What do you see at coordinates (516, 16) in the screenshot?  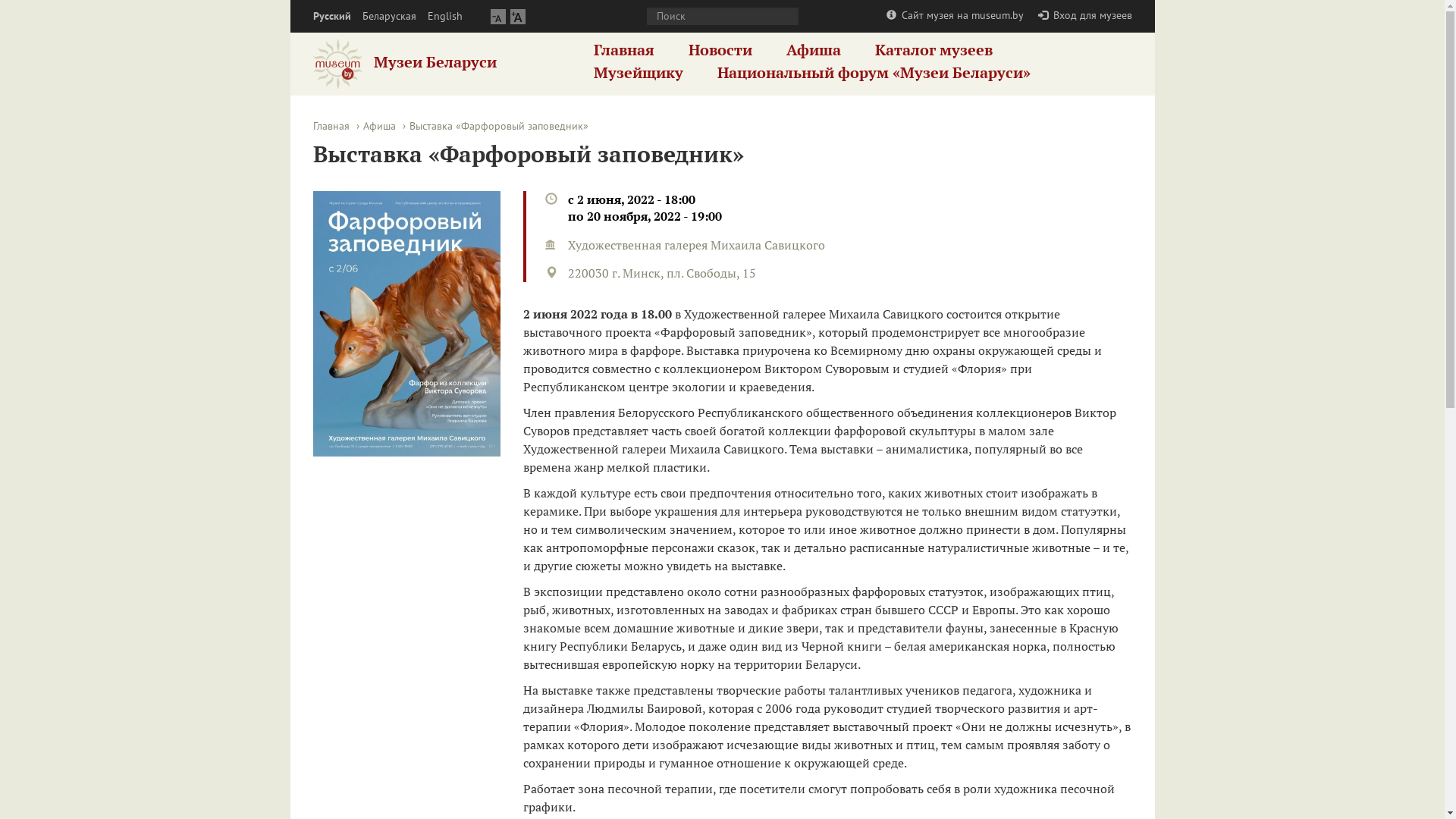 I see `'A'` at bounding box center [516, 16].